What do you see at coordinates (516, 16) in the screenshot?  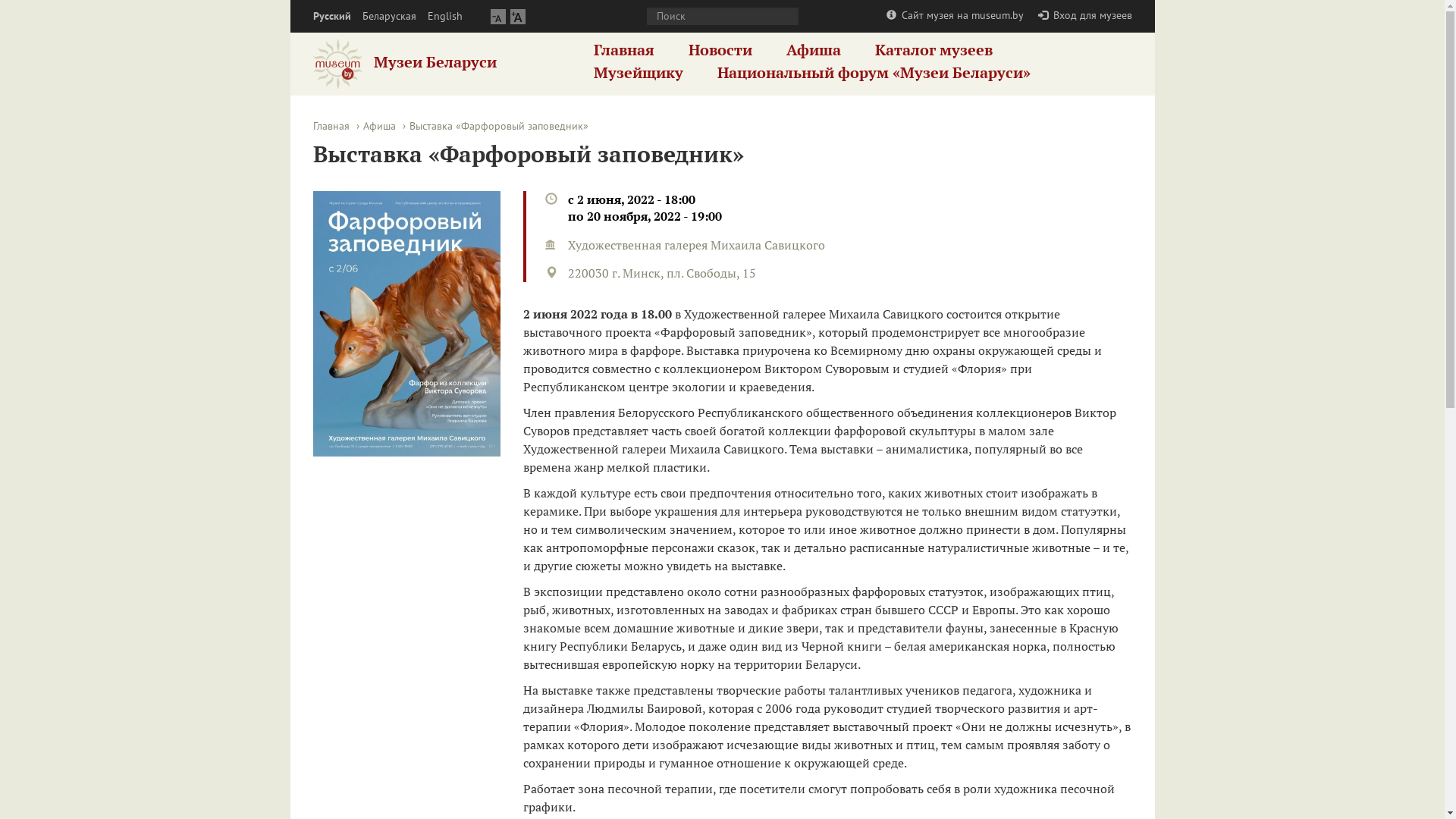 I see `'A'` at bounding box center [516, 16].